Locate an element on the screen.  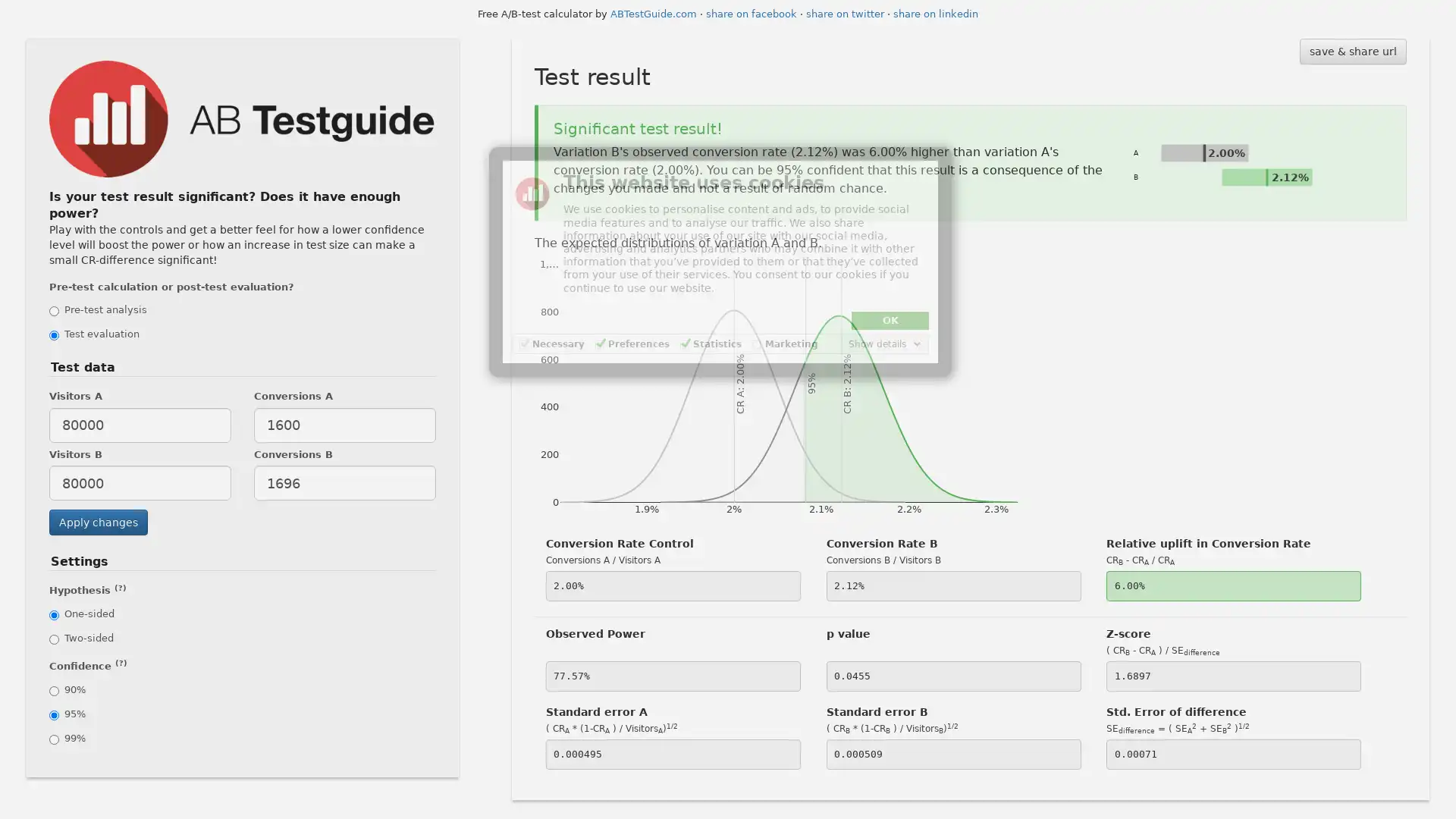
Apply changes is located at coordinates (97, 522).